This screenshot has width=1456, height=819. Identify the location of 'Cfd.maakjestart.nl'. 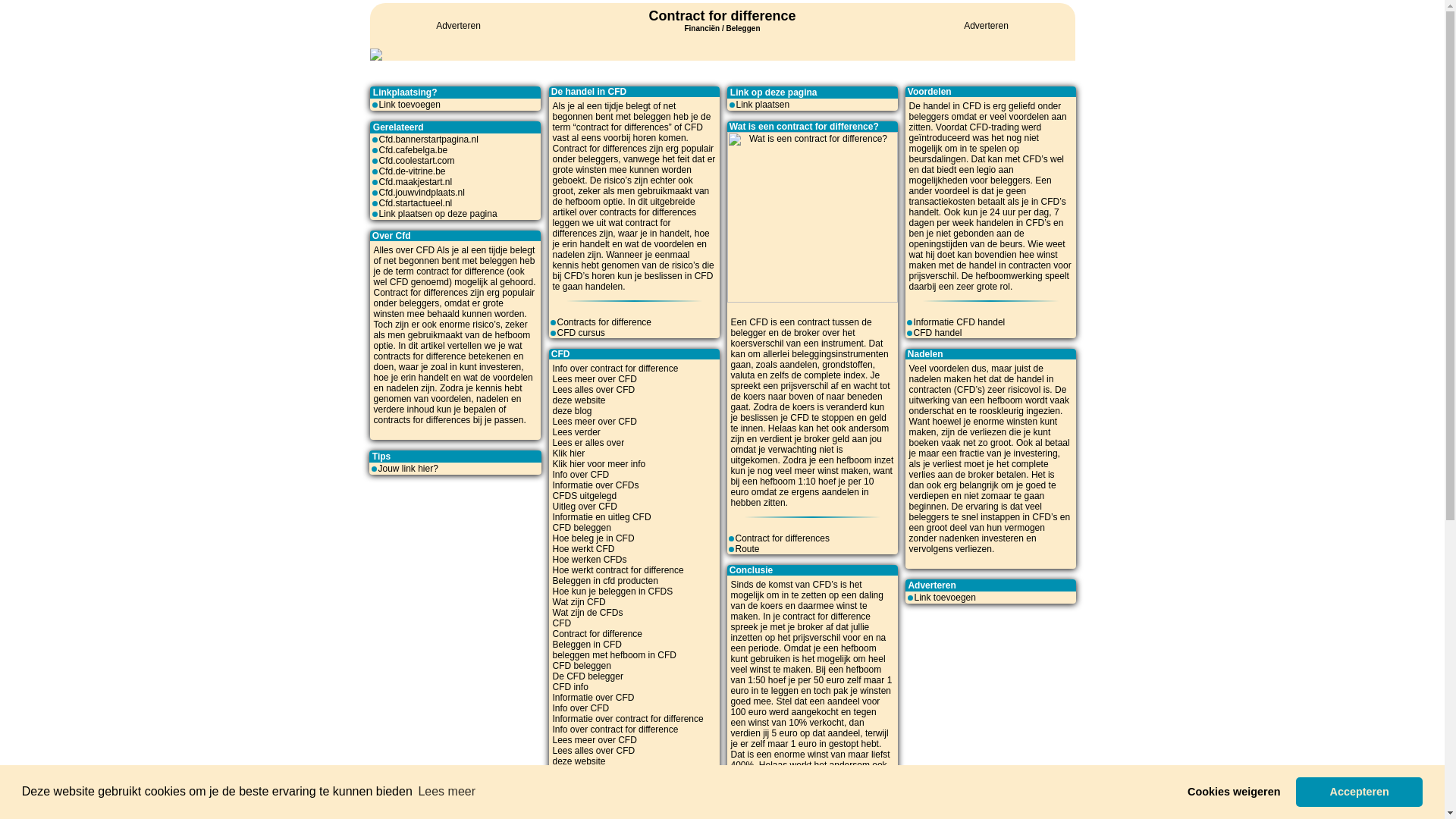
(416, 180).